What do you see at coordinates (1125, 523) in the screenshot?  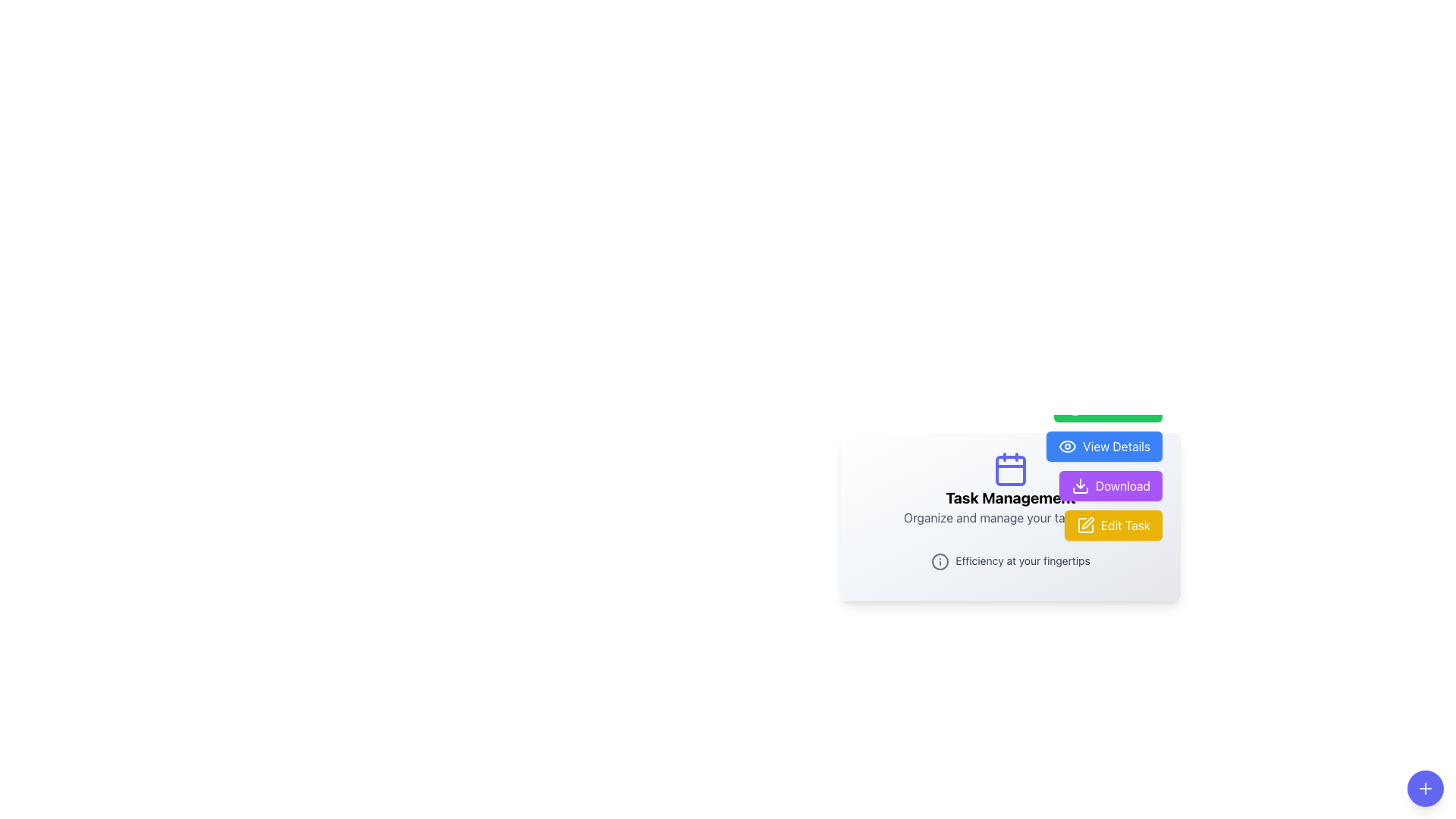 I see `the 'Edit Task' text label integrated into a yellow button to invoke the edit action` at bounding box center [1125, 523].